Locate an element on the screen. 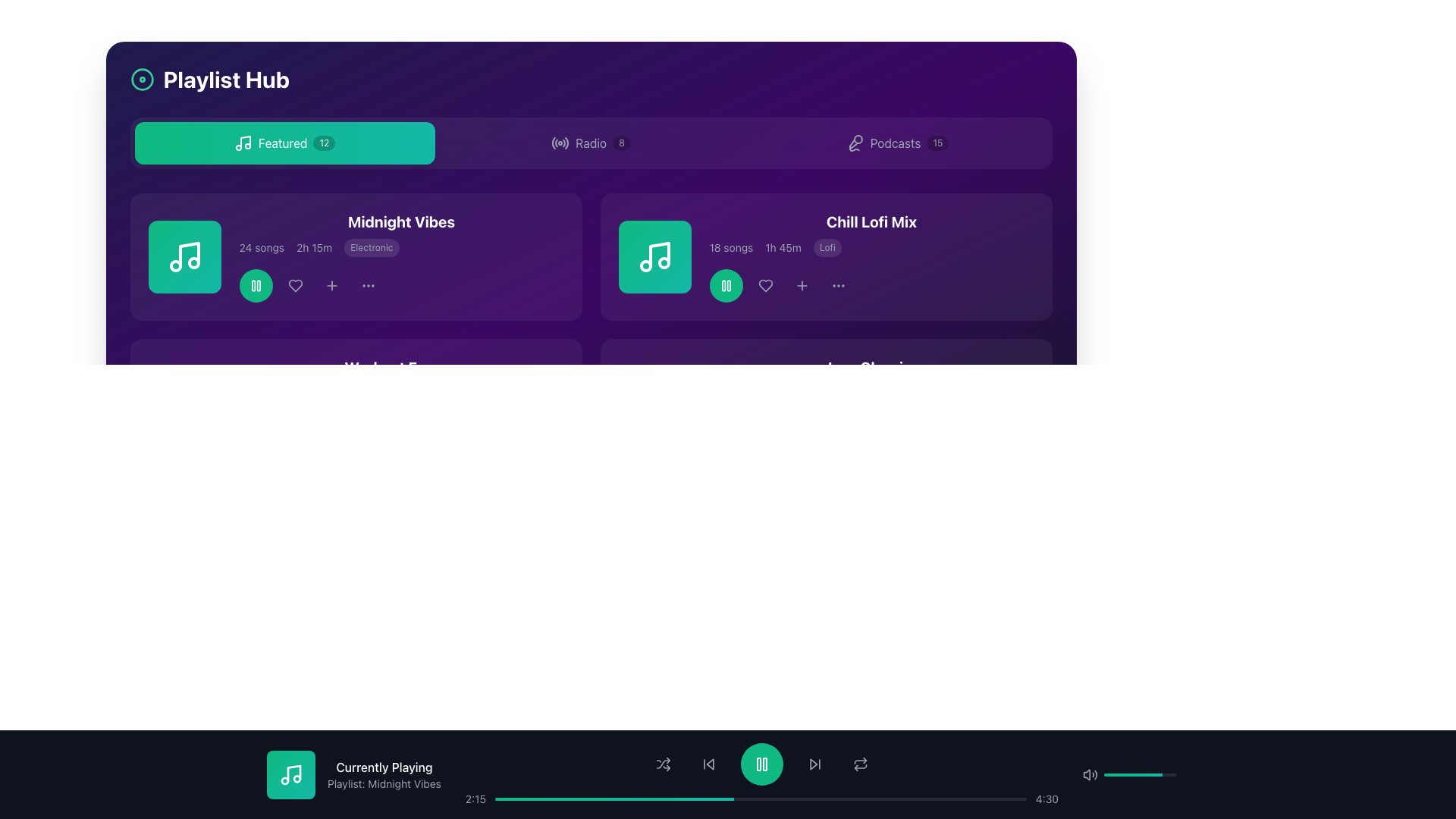 The image size is (1456, 819). the text label that serves as the title for the associated playlist or category, positioned centrally beneath the 'Featured' section is located at coordinates (401, 368).